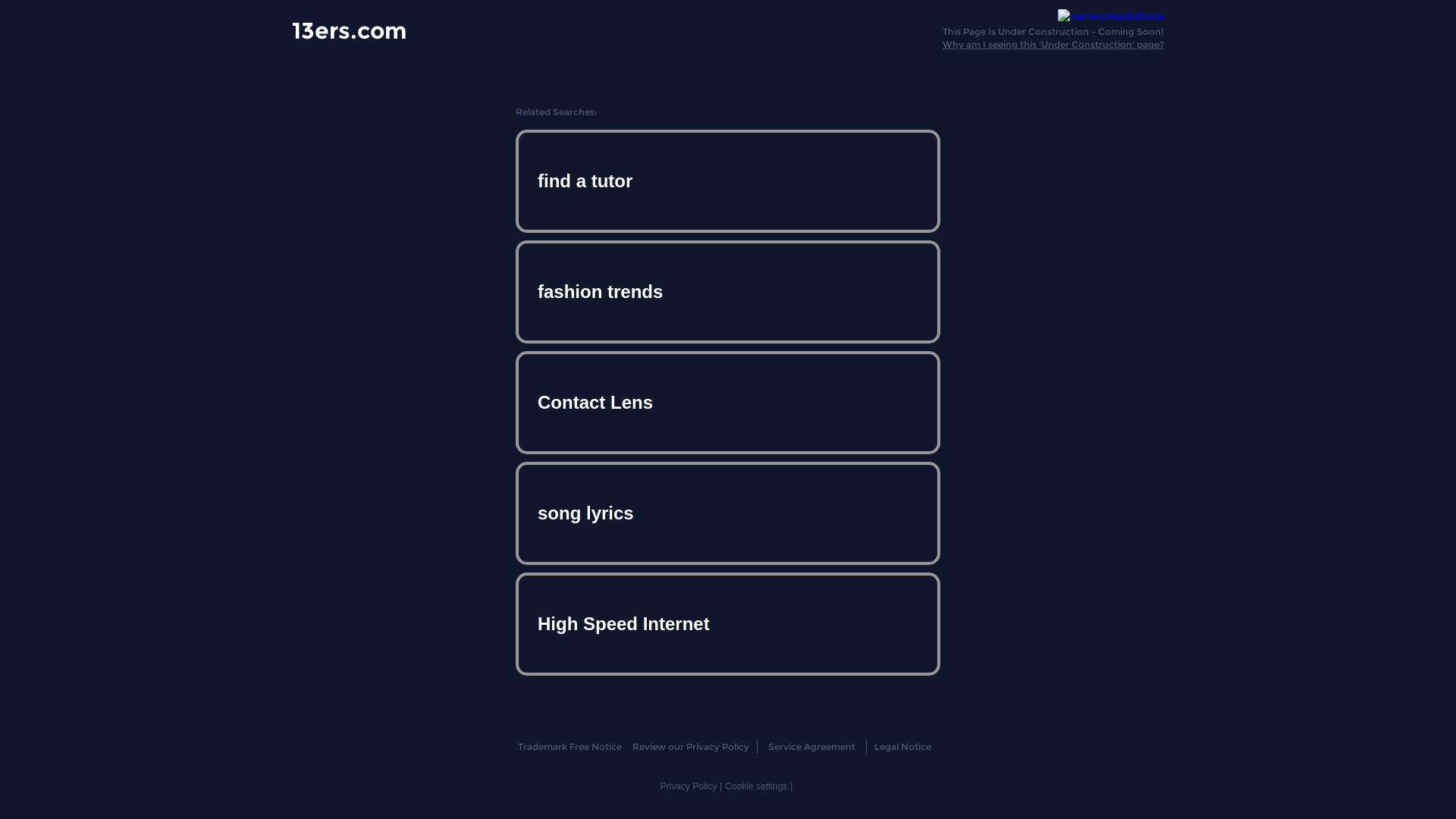 Image resolution: width=1456 pixels, height=819 pixels. What do you see at coordinates (1052, 43) in the screenshot?
I see `'Why am I seeing this 'Under Construction' page?'` at bounding box center [1052, 43].